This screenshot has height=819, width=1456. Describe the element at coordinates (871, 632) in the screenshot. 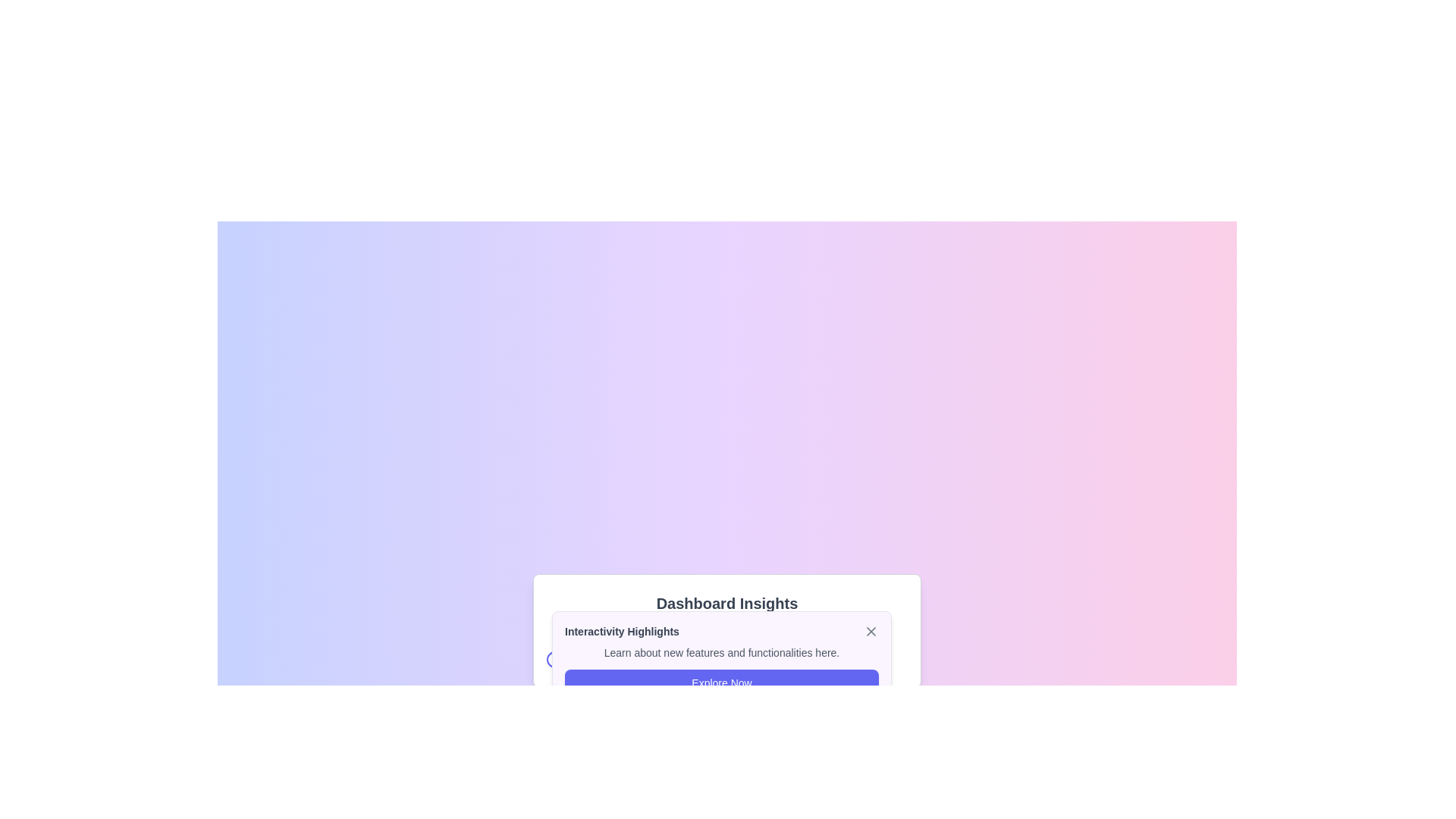

I see `the 'X' close icon in the top-right corner of the 'Dashboard Insights' modal` at that location.